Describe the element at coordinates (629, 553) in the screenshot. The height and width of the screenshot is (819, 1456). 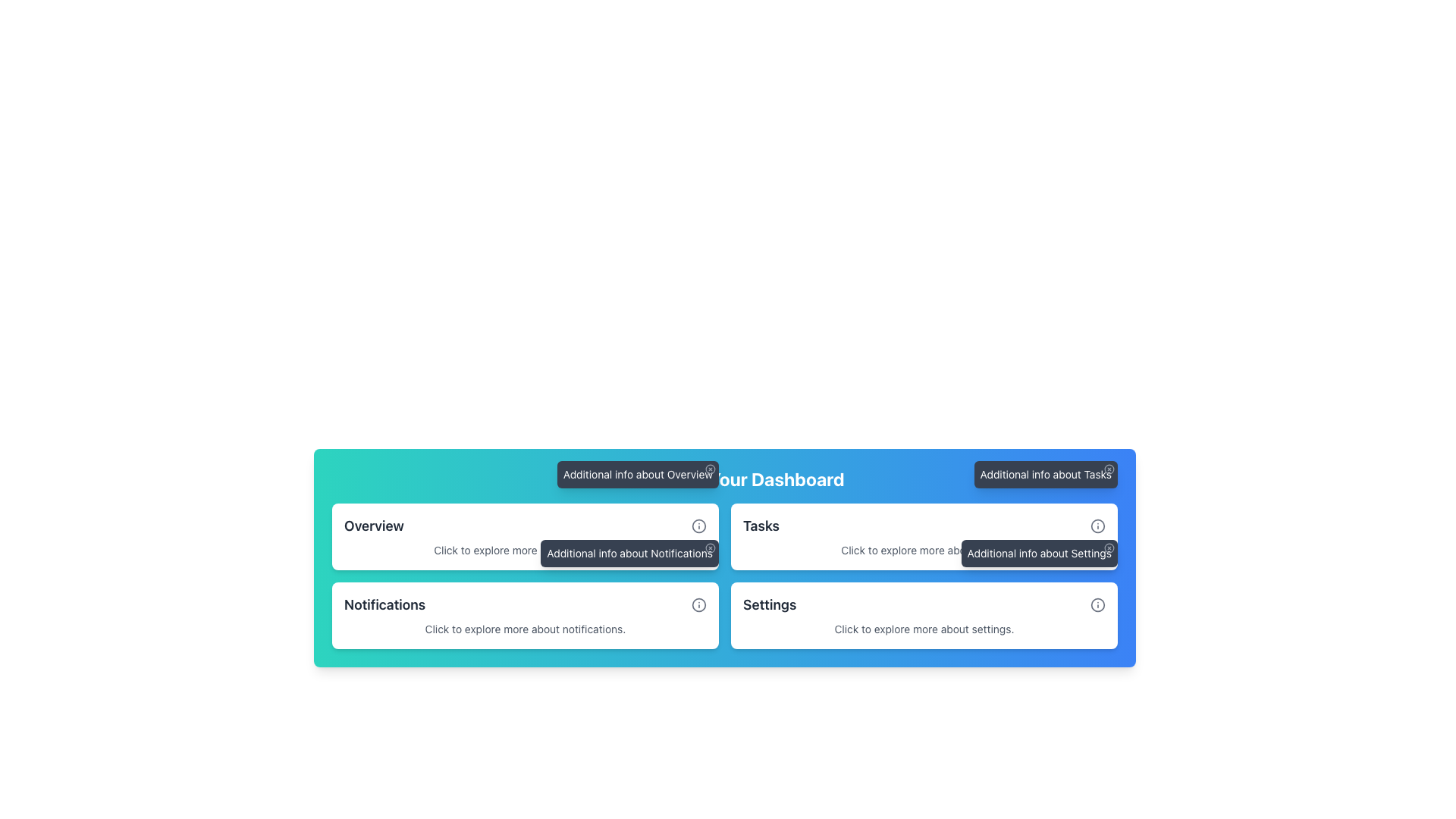
I see `the tooltip that provides additional information about the 'Notifications' section, located above it and slightly overlapping its title` at that location.